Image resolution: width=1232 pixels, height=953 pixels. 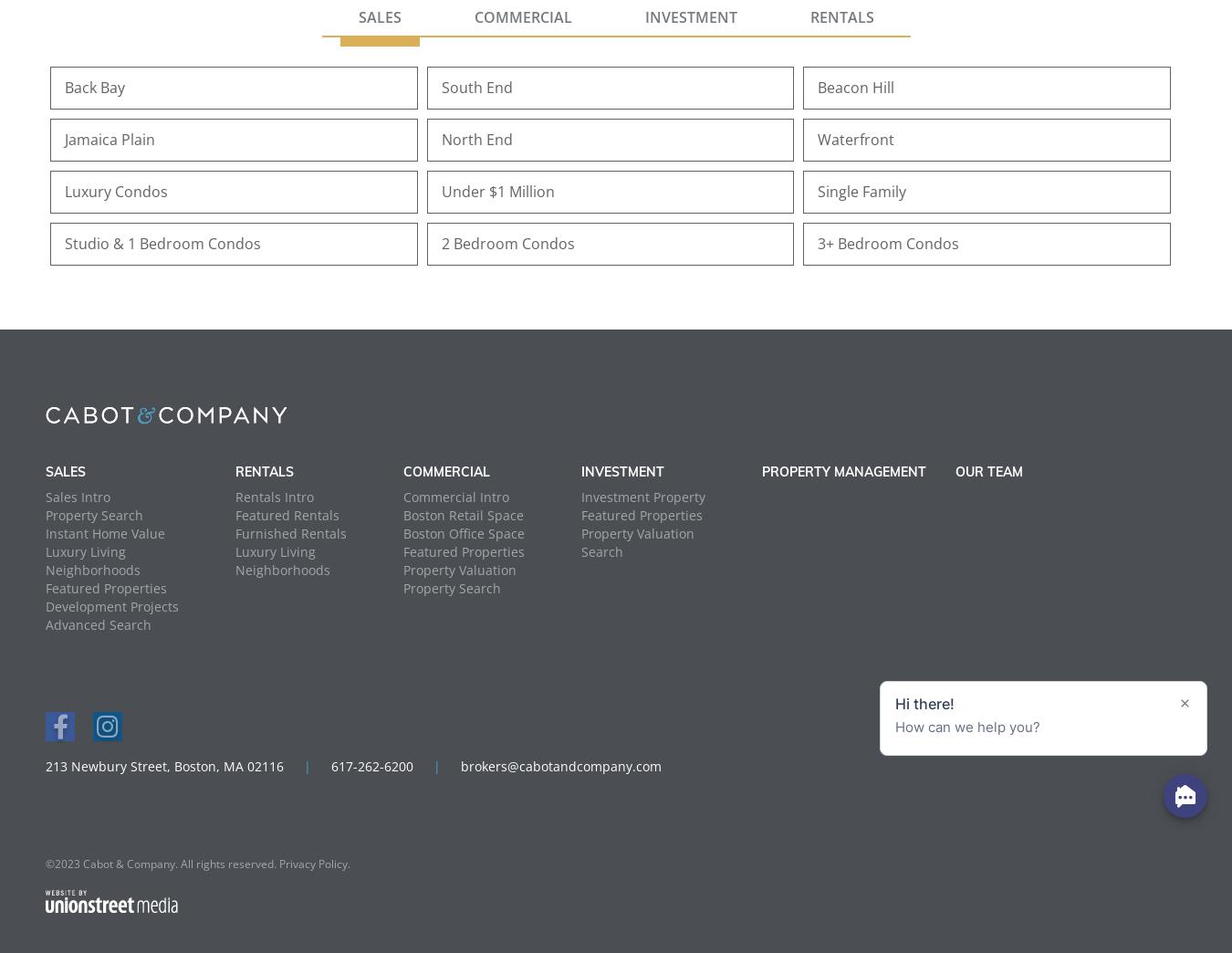 What do you see at coordinates (111, 605) in the screenshot?
I see `'Development Projects'` at bounding box center [111, 605].